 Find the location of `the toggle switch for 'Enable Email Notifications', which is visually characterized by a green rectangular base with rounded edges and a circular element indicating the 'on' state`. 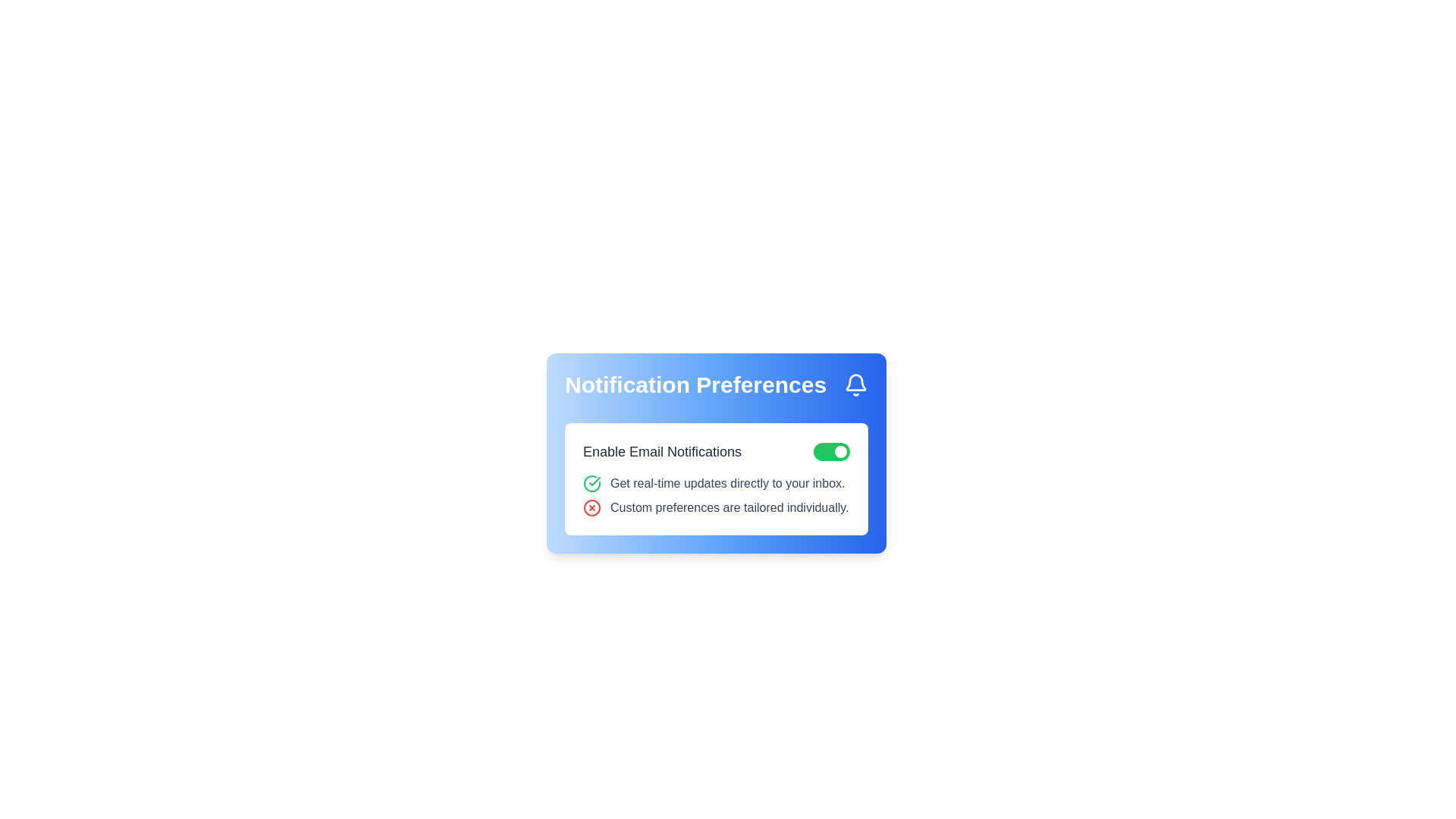

the toggle switch for 'Enable Email Notifications', which is visually characterized by a green rectangular base with rounded edges and a circular element indicating the 'on' state is located at coordinates (831, 451).